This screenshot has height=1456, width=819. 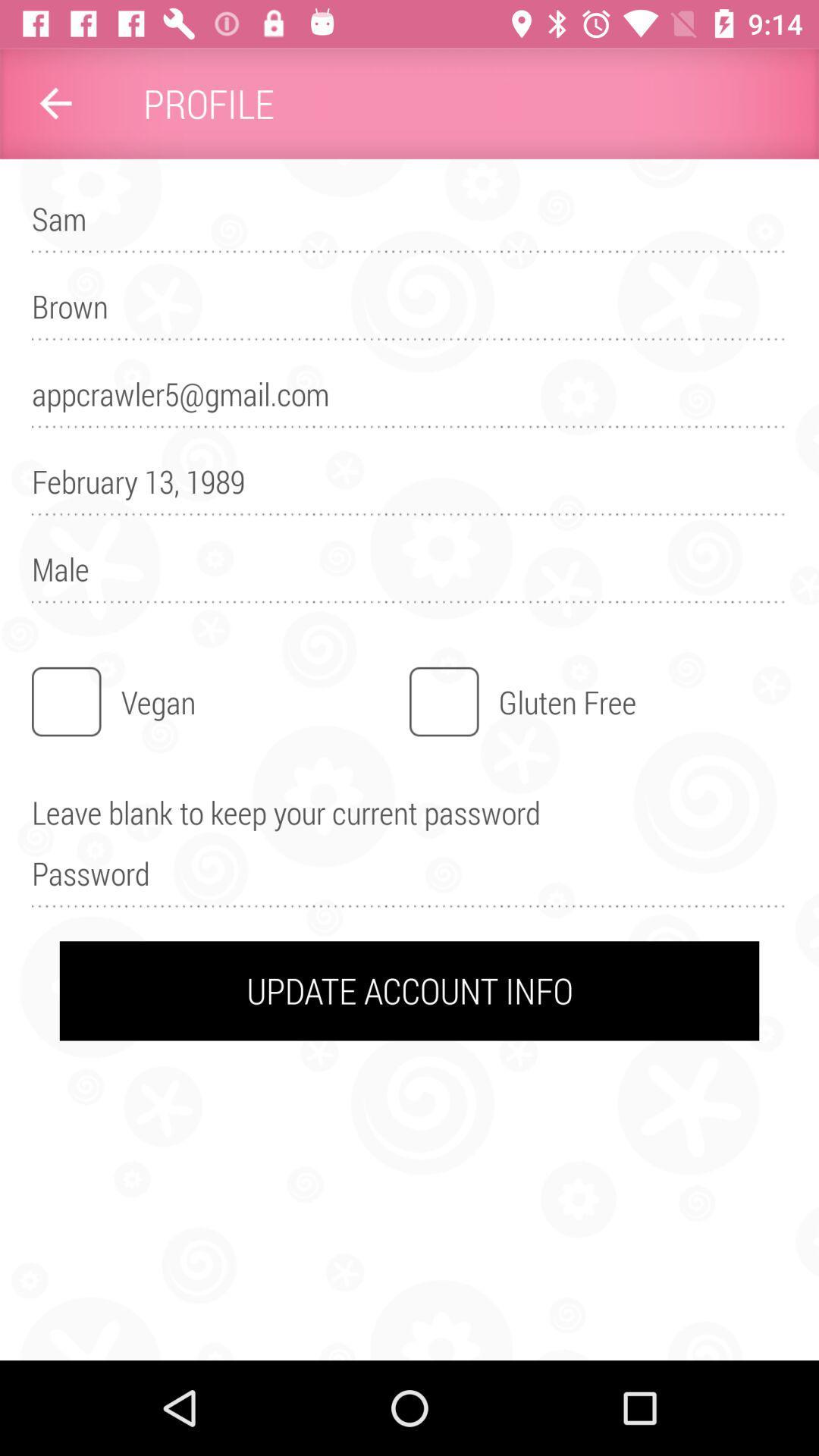 What do you see at coordinates (55, 102) in the screenshot?
I see `item above sam item` at bounding box center [55, 102].